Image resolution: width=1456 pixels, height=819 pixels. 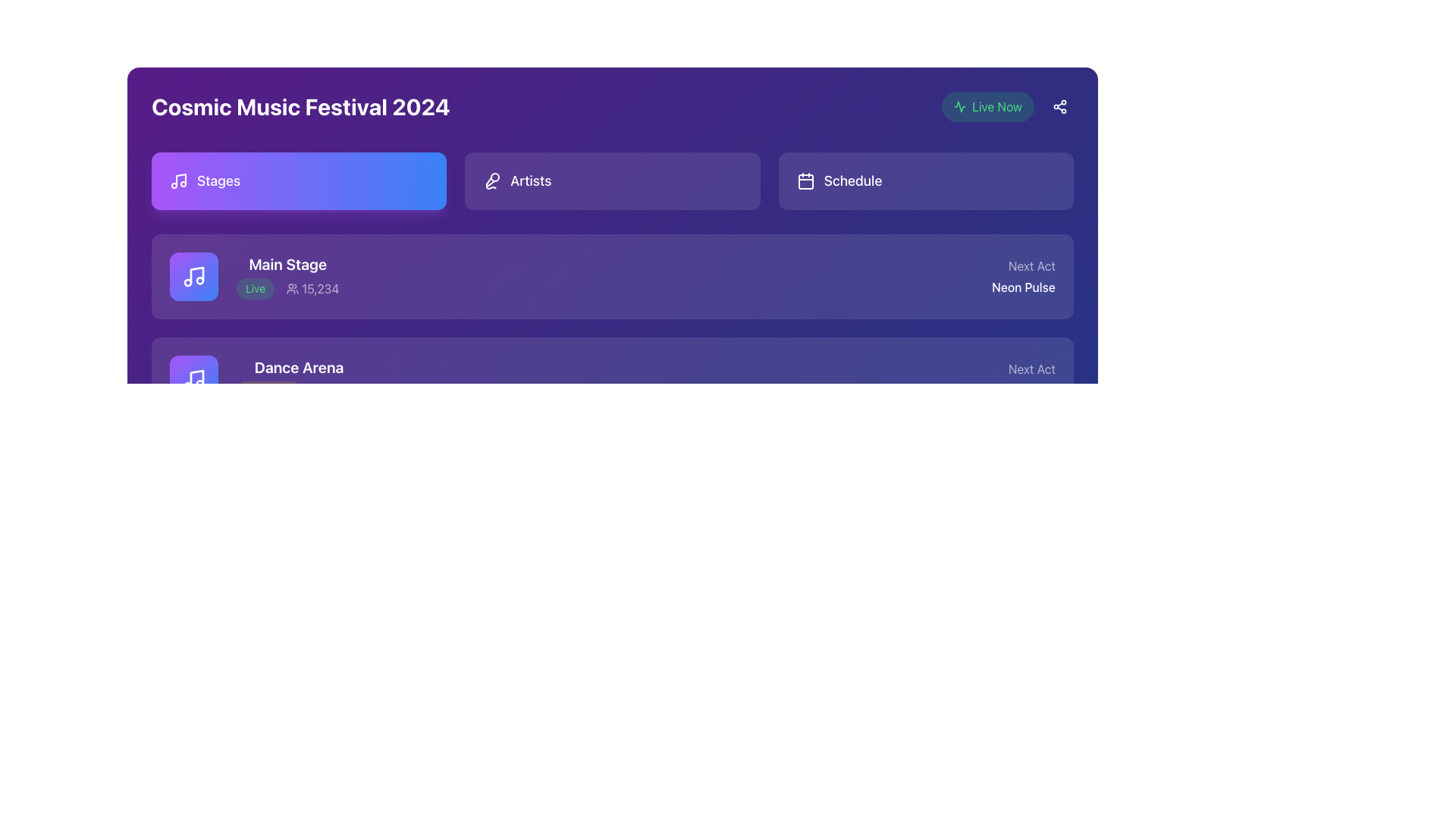 I want to click on the navigational button for 'Musical Stages' located beneath 'Cosmic Music Festival 2024', so click(x=299, y=180).